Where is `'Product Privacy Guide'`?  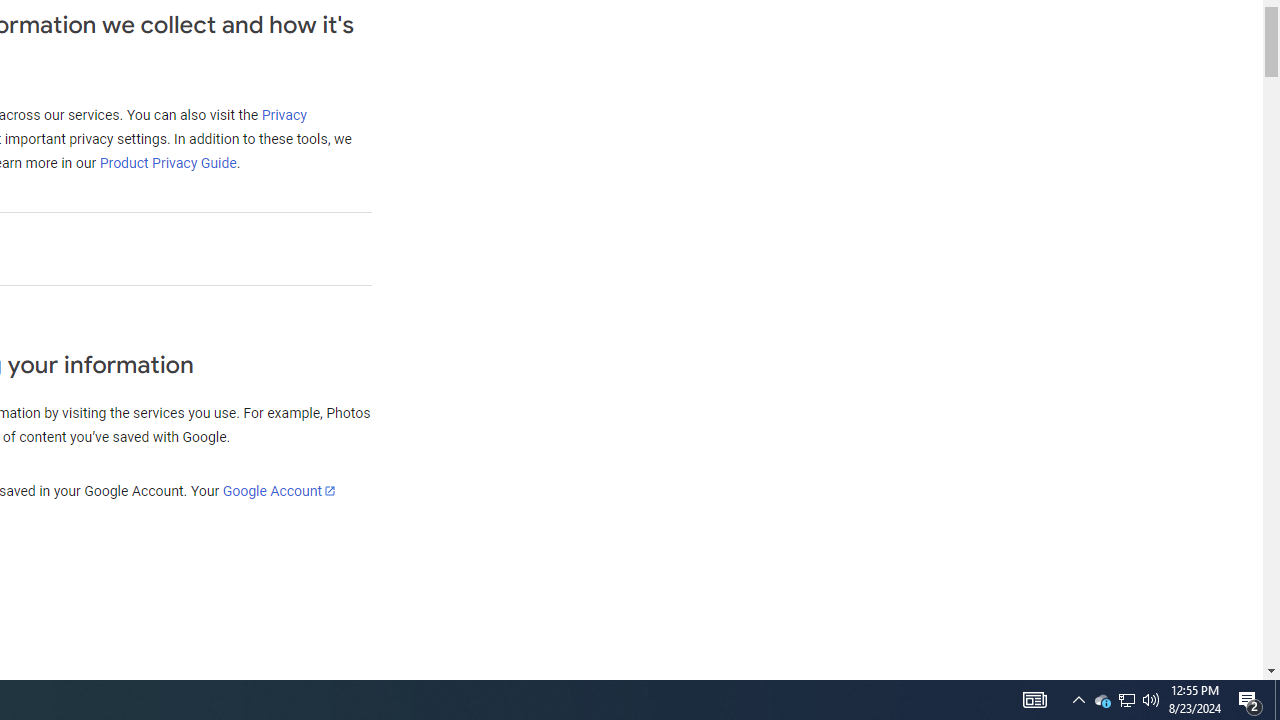
'Product Privacy Guide' is located at coordinates (167, 162).